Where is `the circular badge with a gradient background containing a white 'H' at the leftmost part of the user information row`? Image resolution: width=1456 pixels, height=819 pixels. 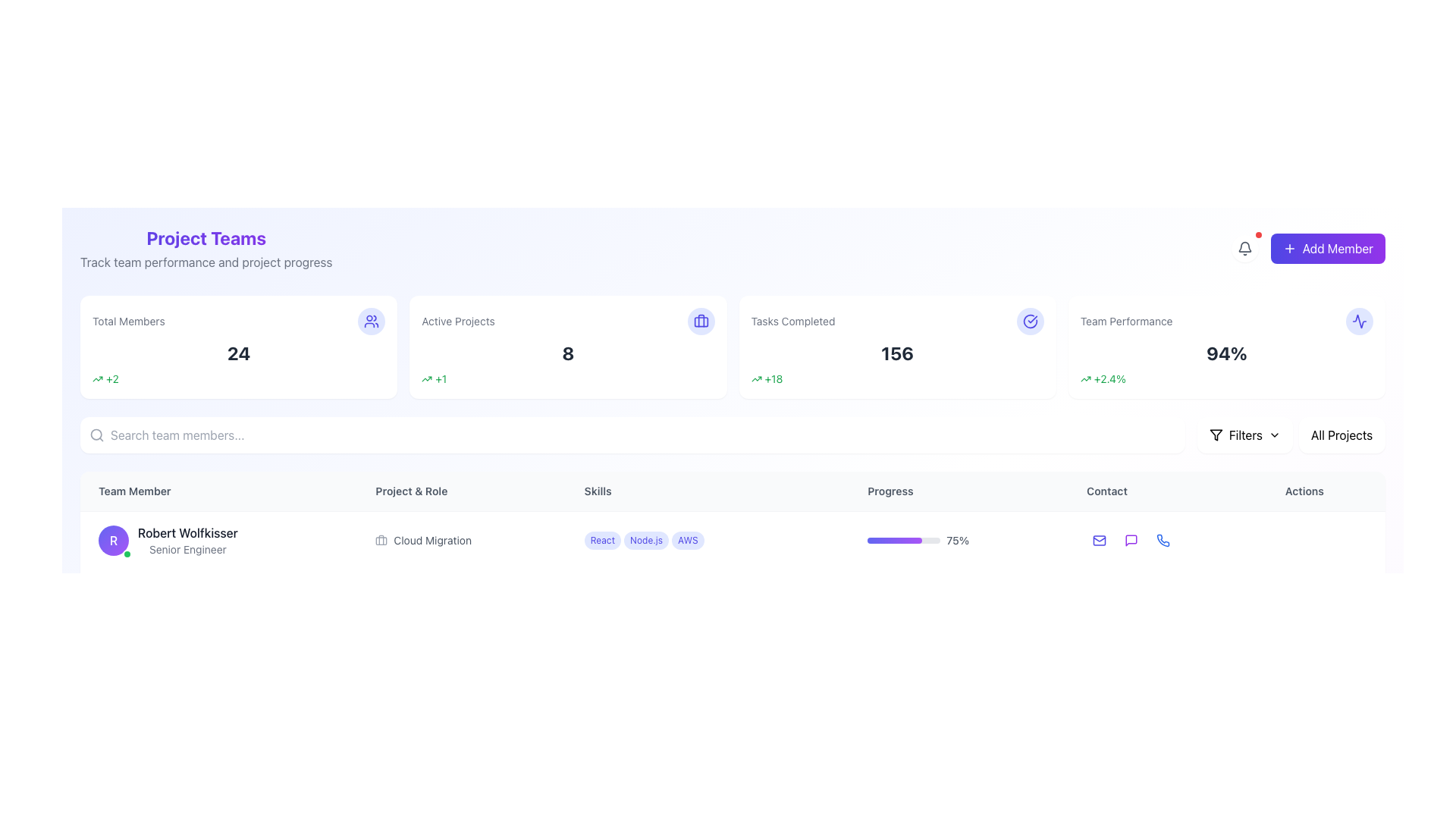
the circular badge with a gradient background containing a white 'H' at the leftmost part of the user information row is located at coordinates (112, 654).